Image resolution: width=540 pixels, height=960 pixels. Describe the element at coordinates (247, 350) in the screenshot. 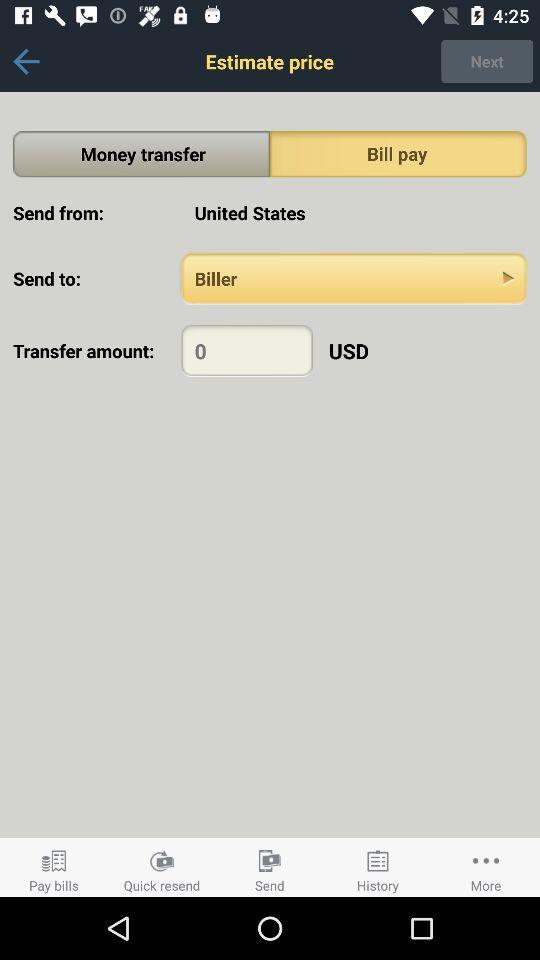

I see `dollar amount to transfer` at that location.